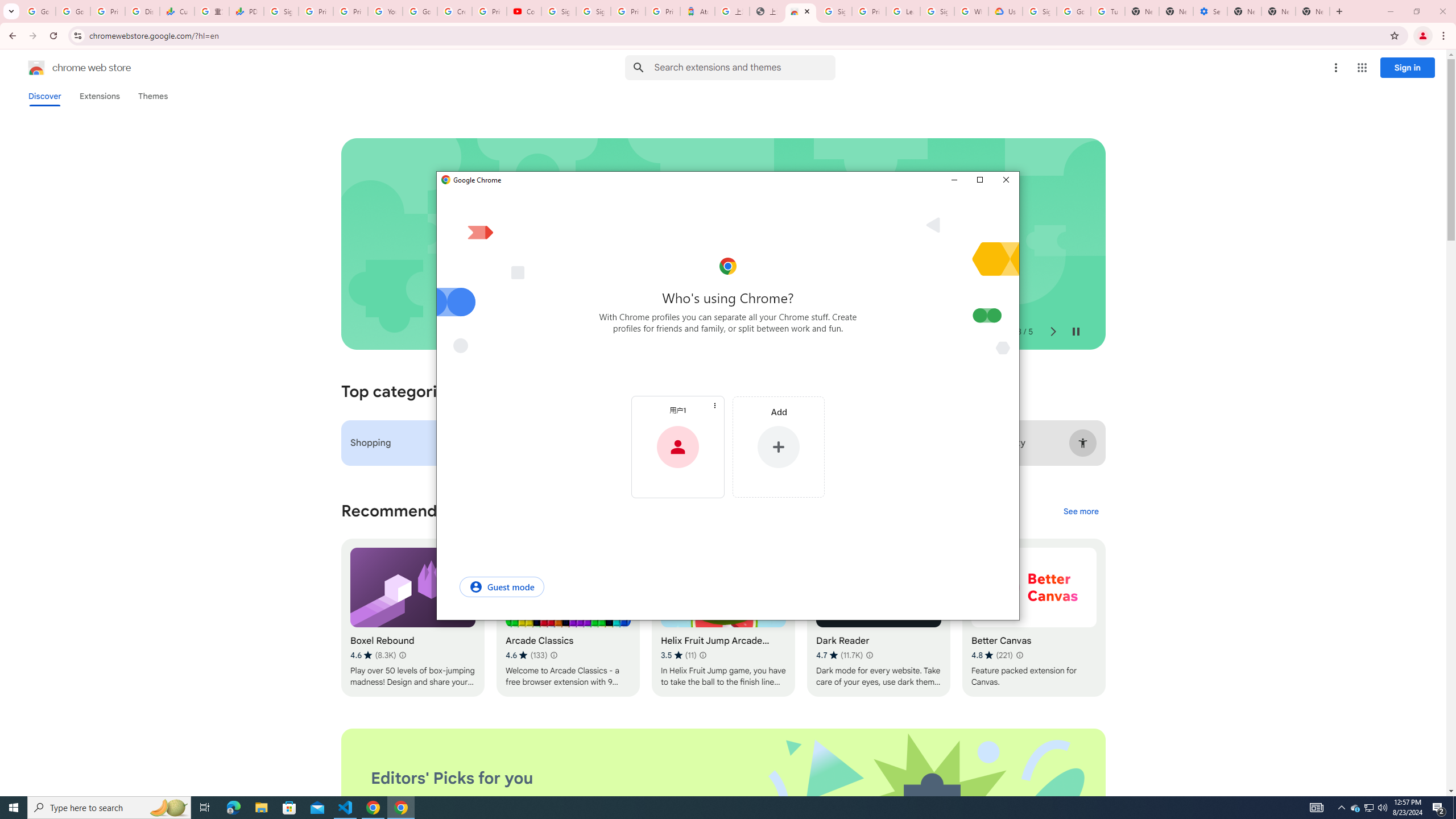 Image resolution: width=1456 pixels, height=819 pixels. Describe the element at coordinates (176, 11) in the screenshot. I see `'Currencies - Google Finance'` at that location.